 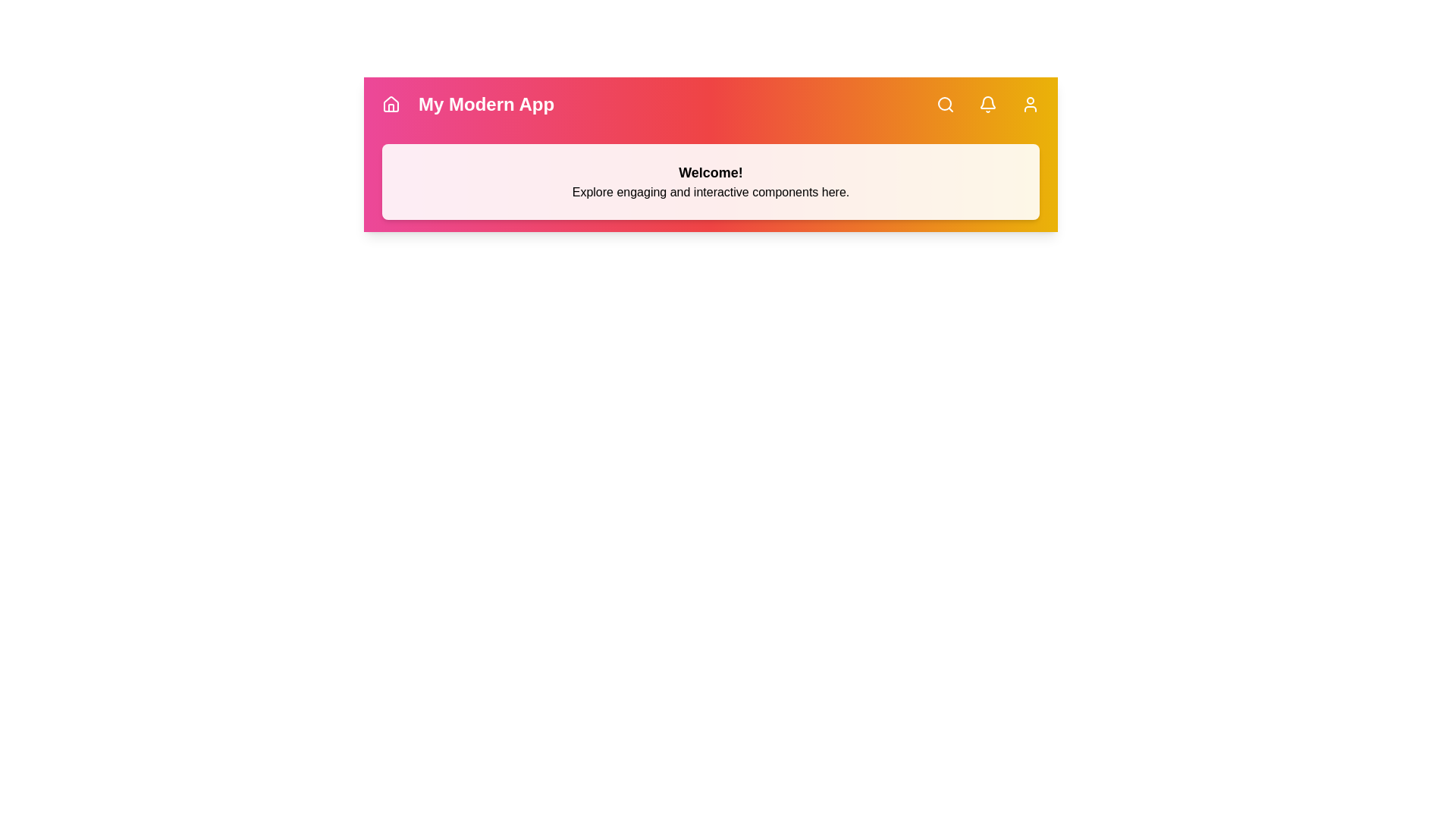 I want to click on the button labeled User to observe visual feedback, so click(x=1030, y=104).